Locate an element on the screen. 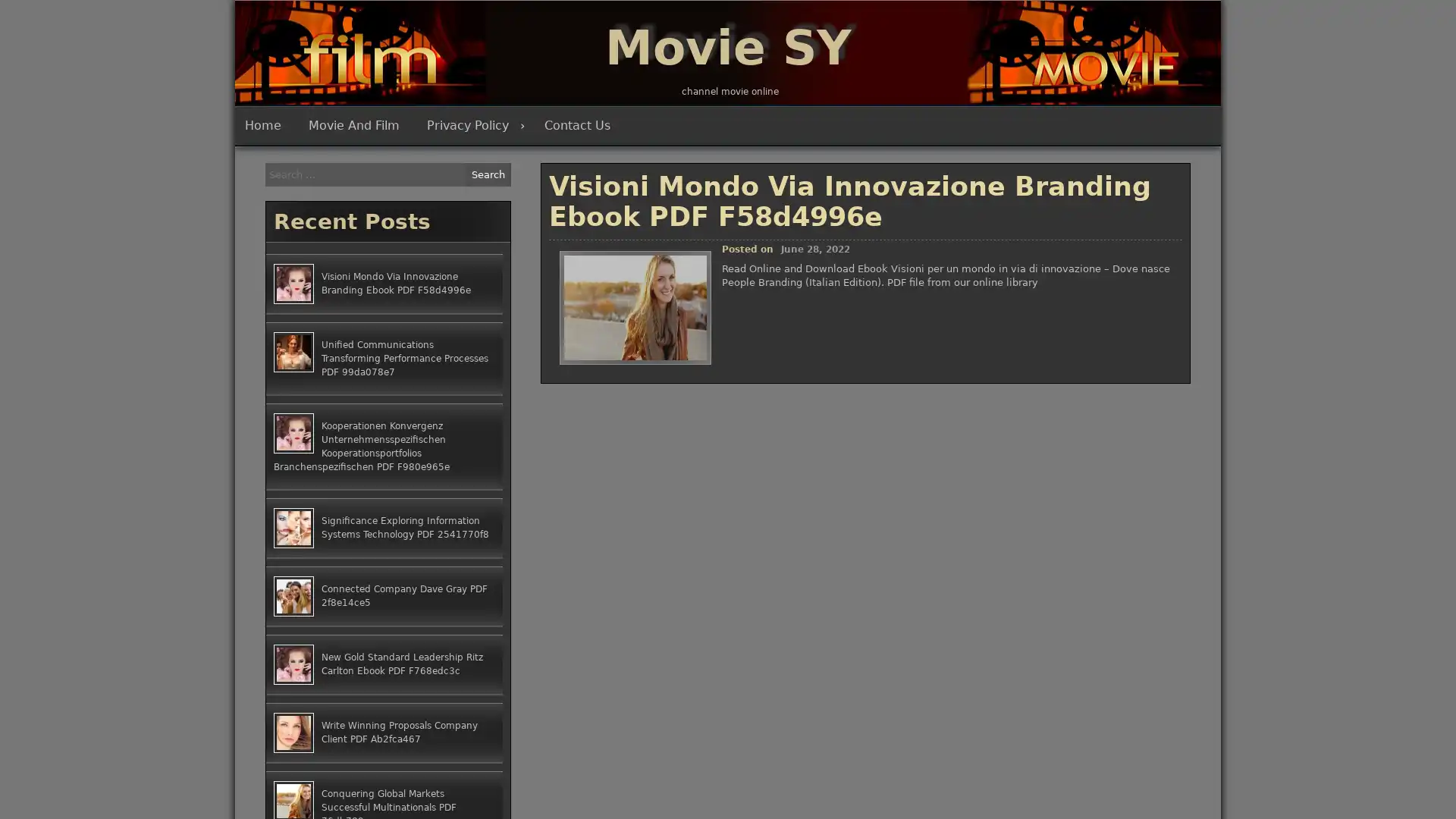 The width and height of the screenshot is (1456, 819). Search is located at coordinates (488, 174).